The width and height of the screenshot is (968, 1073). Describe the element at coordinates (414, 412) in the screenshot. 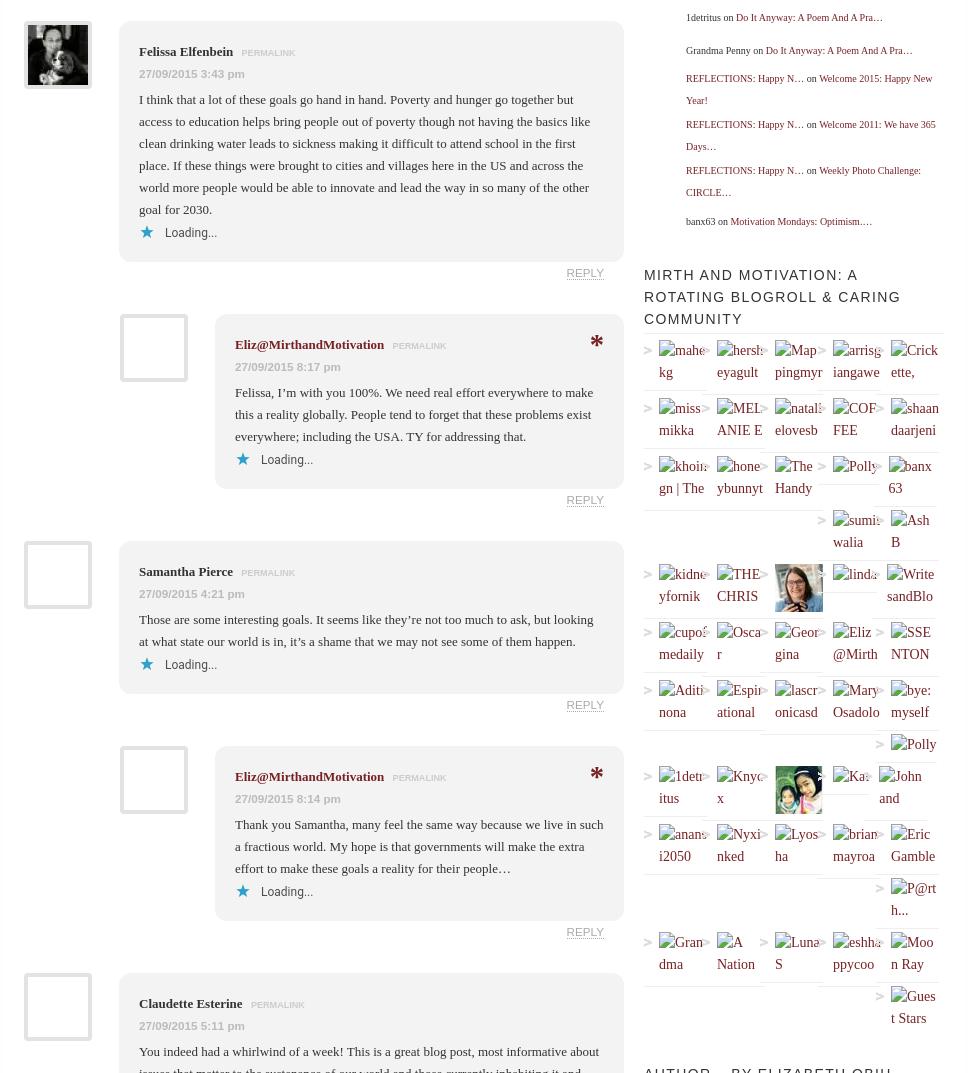

I see `'Felissa, I’m with you 100%. We need real effort everywhere to make this a reality globally. People tend to forget that these problems exist everywhere; including the USA. TY for addressing that.'` at that location.